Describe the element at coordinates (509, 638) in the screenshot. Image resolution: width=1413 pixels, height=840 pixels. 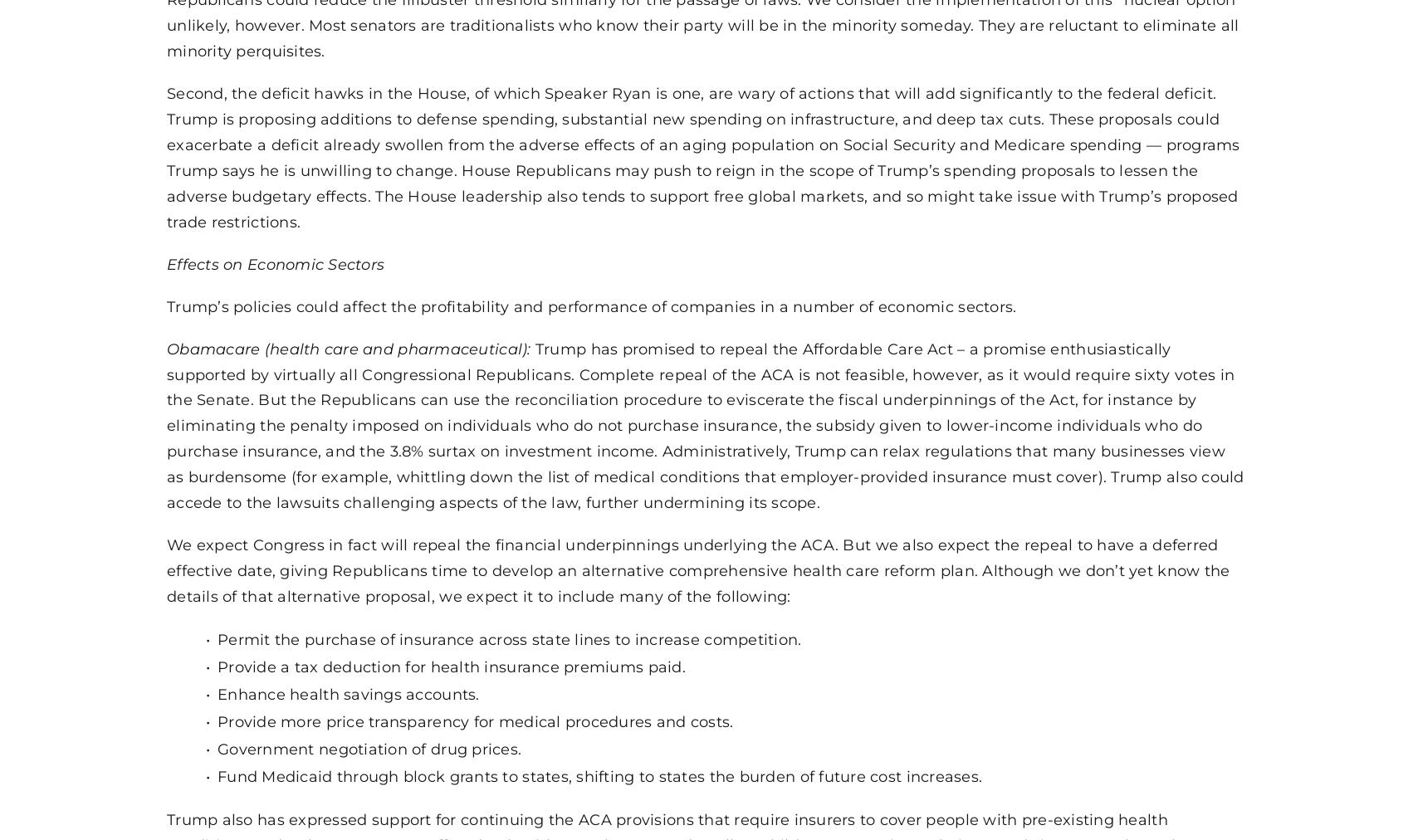
I see `'Permit the purchase of insurance across state lines to increase competition.'` at that location.